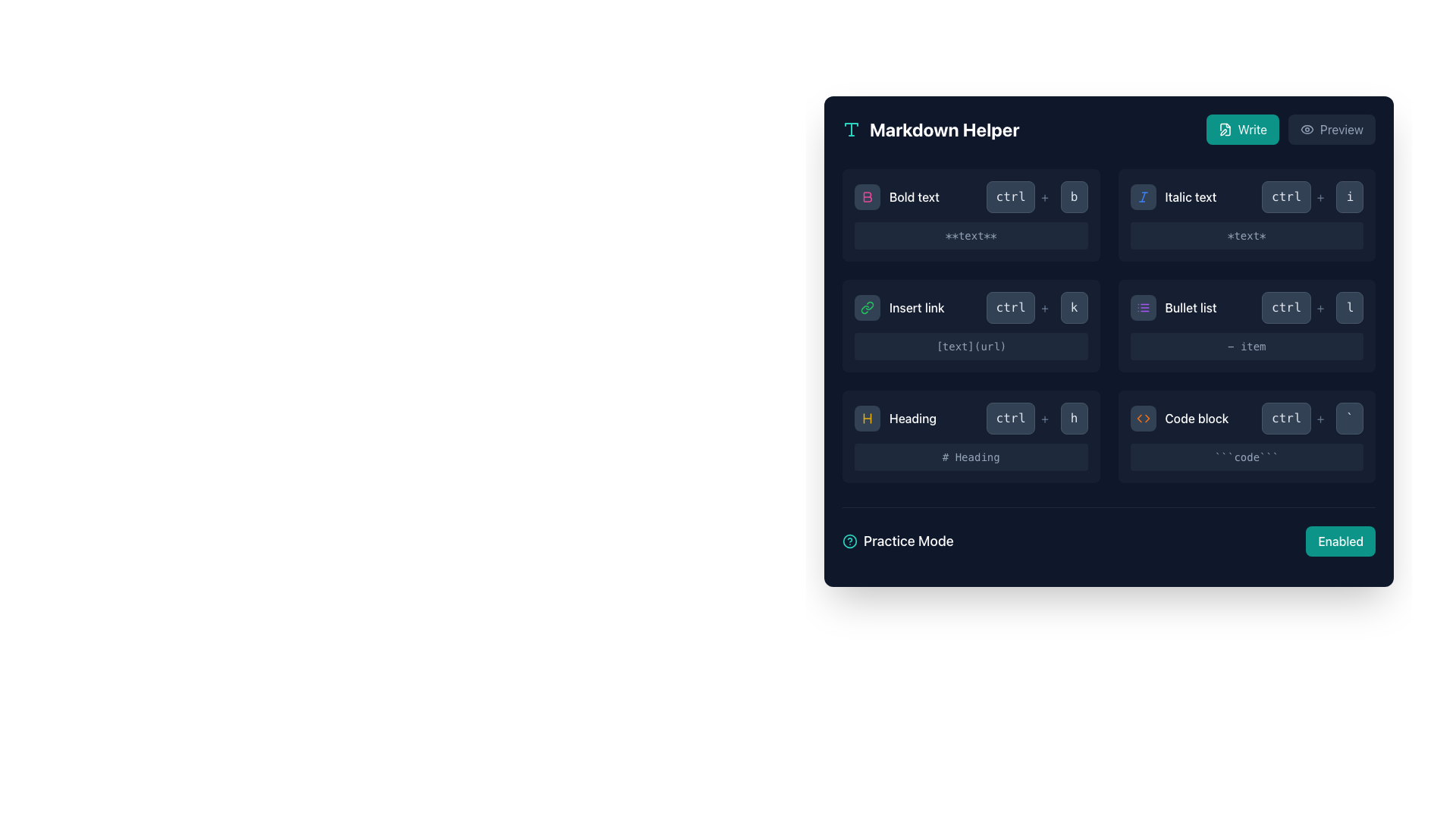 The height and width of the screenshot is (819, 1456). Describe the element at coordinates (896, 196) in the screenshot. I see `the 'Bold text' label with its accompanying icon, which is located in the top left sector of the interface, within the first row of the text styling options grid` at that location.